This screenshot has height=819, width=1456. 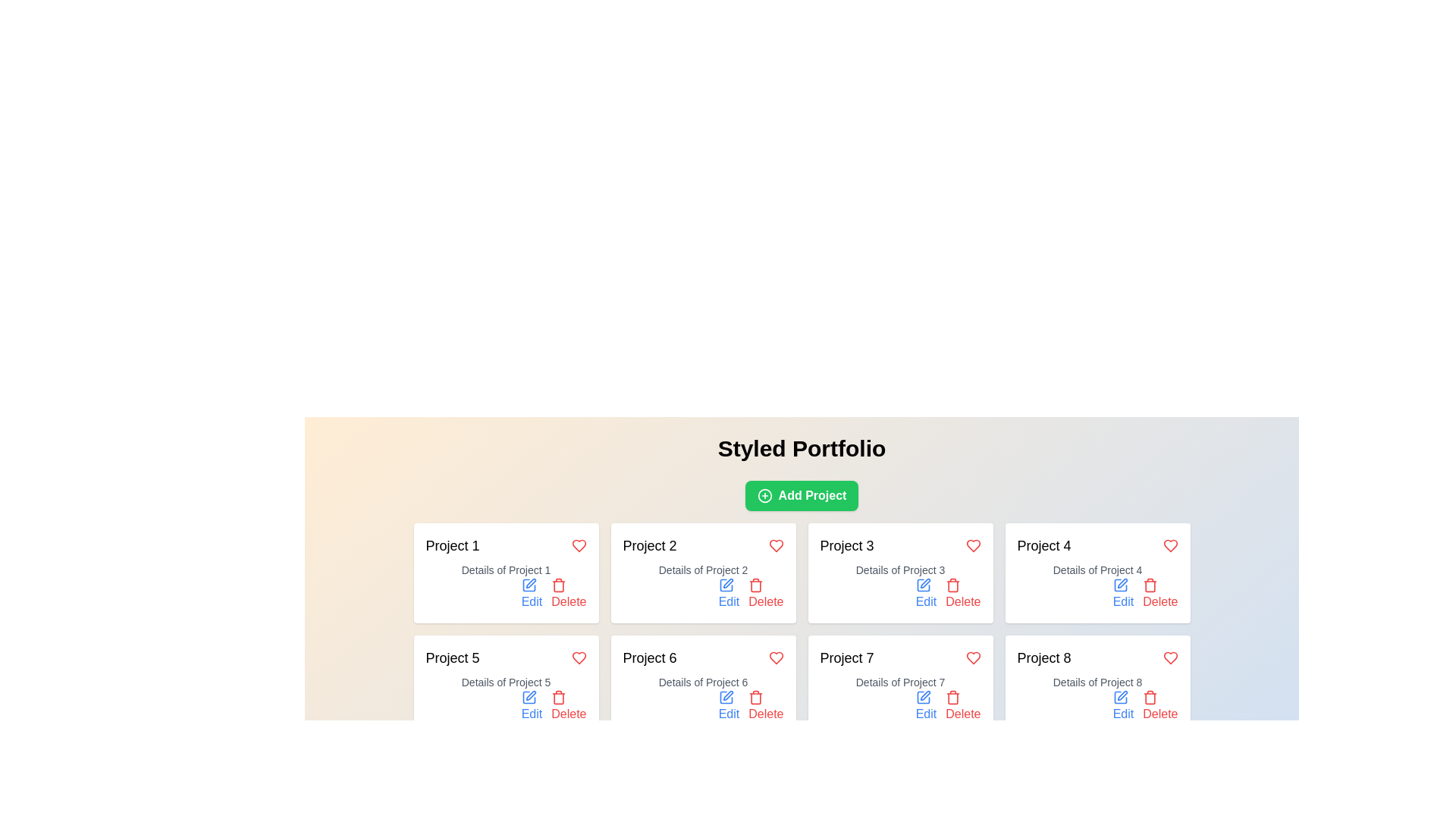 I want to click on the red 'Delete' button-like interactive text-link with a trash bin icon, which is positioned to the right of the 'Edit' link in the controls below the 'Project 4' card, so click(x=1159, y=593).